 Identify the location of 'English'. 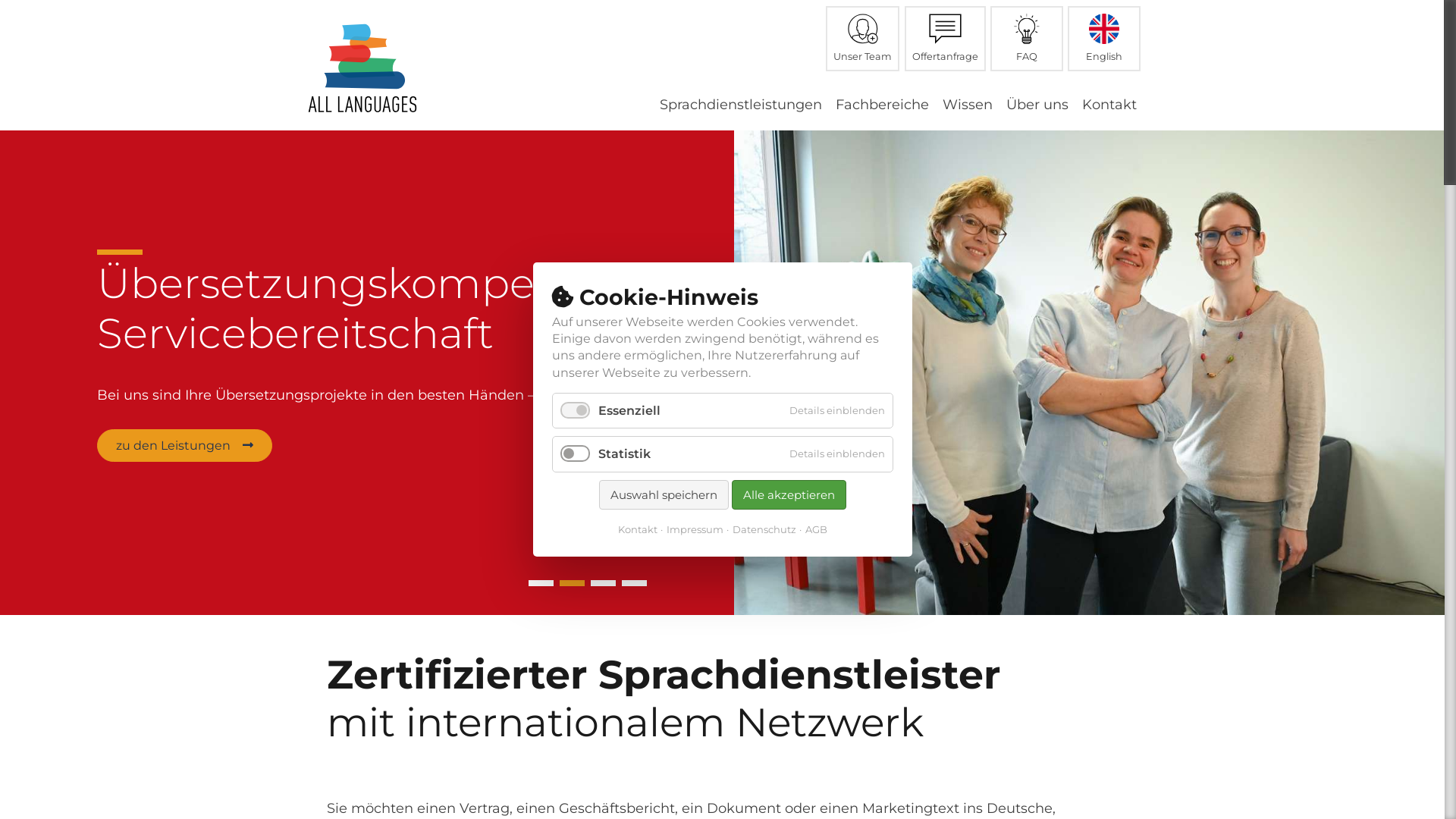
(1103, 37).